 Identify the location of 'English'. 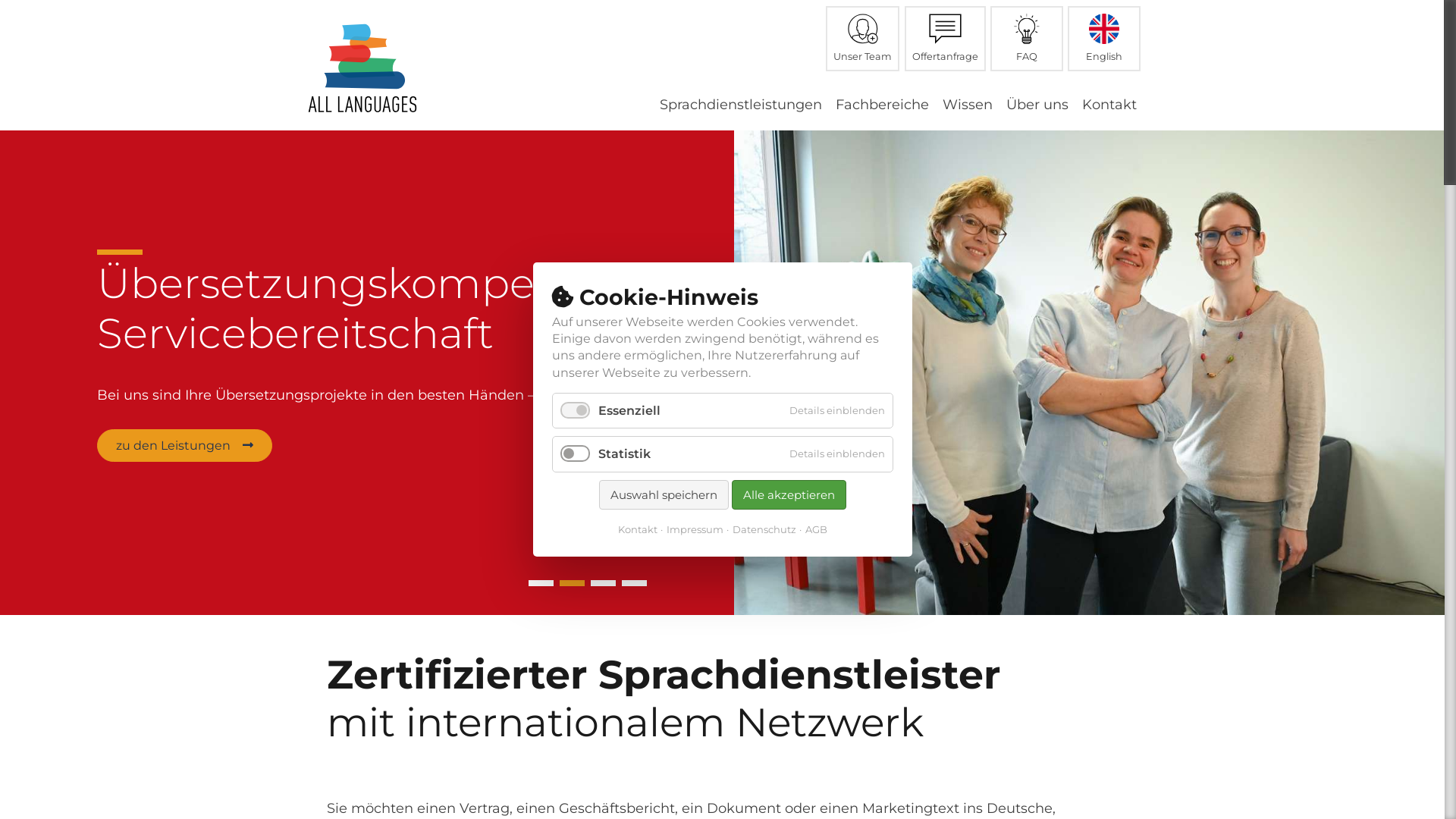
(1103, 37).